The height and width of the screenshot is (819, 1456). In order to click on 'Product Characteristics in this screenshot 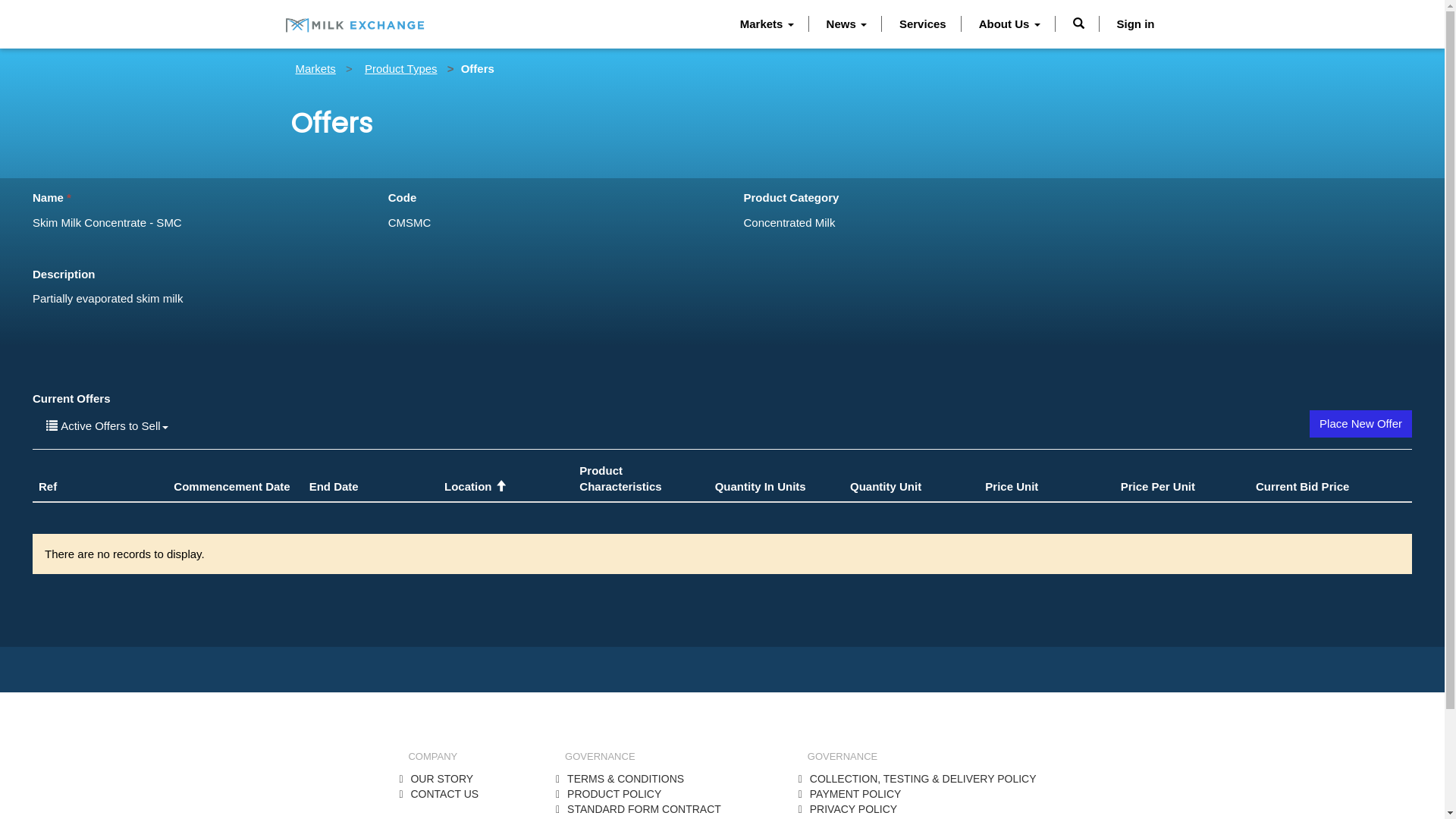, I will do `click(578, 479)`.